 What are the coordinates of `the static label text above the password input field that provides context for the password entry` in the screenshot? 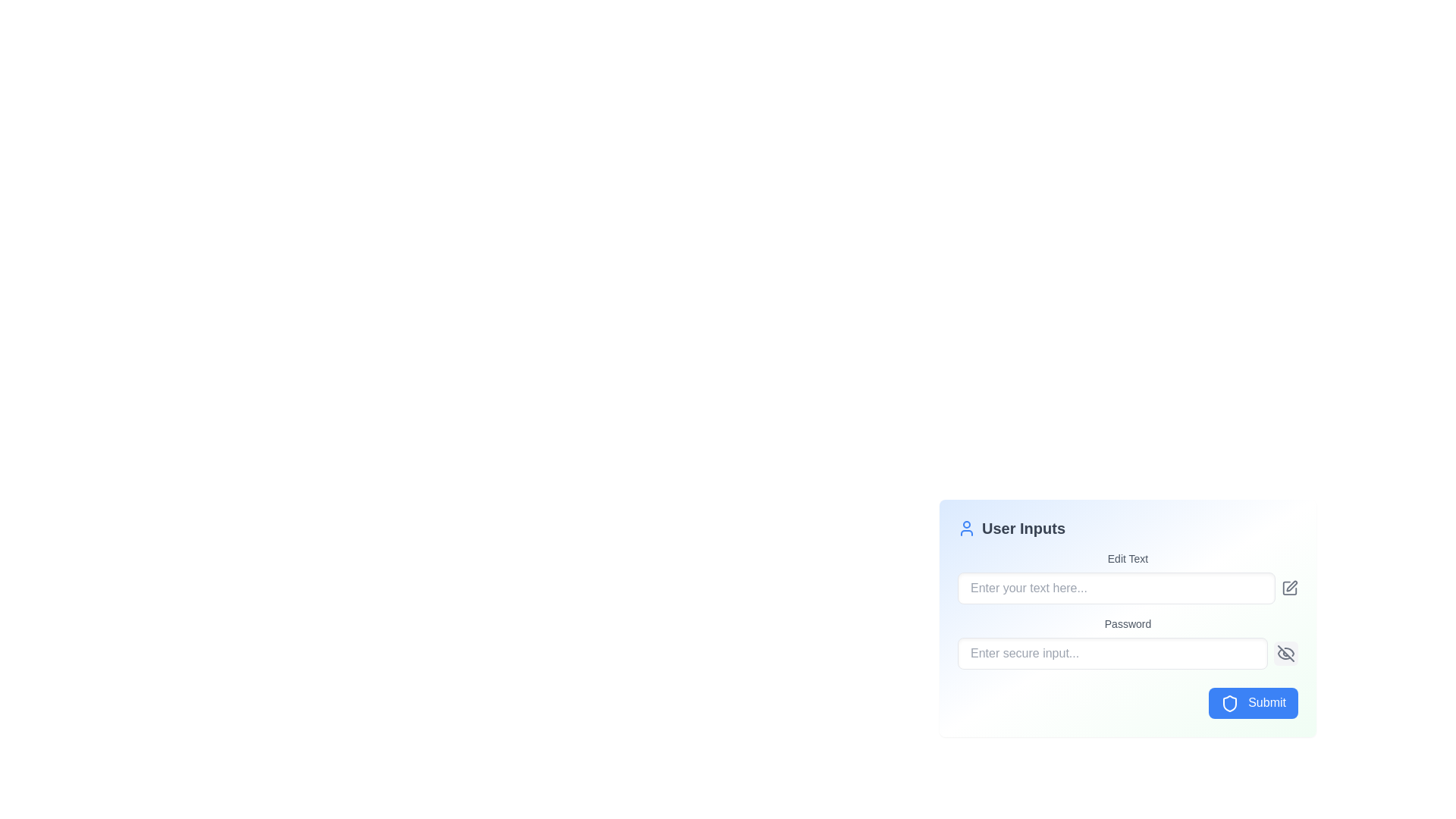 It's located at (1128, 623).